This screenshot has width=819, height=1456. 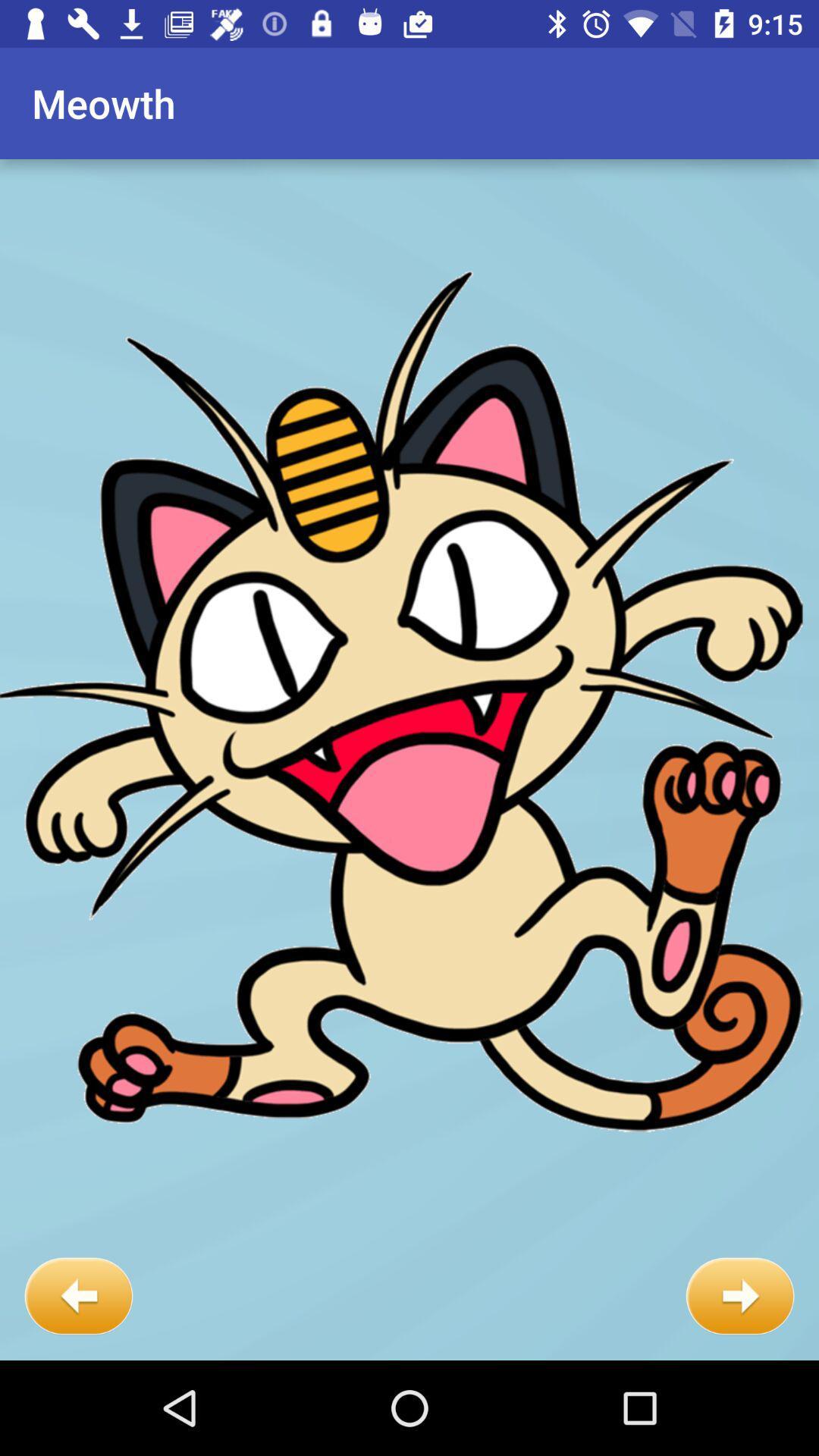 I want to click on item at the bottom right corner, so click(x=739, y=1295).